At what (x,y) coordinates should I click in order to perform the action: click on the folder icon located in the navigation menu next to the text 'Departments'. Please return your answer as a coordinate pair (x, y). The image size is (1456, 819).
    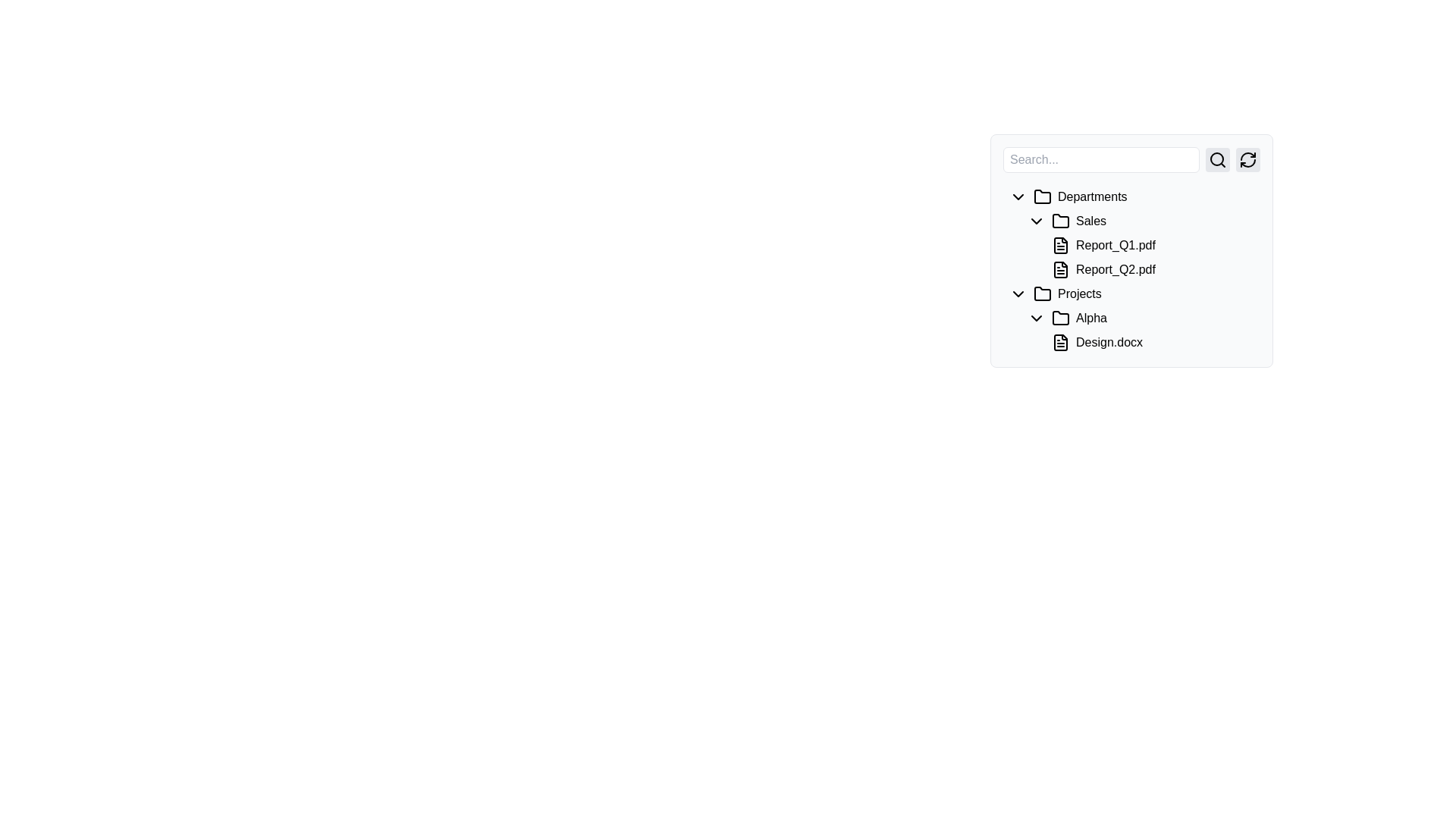
    Looking at the image, I should click on (1044, 196).